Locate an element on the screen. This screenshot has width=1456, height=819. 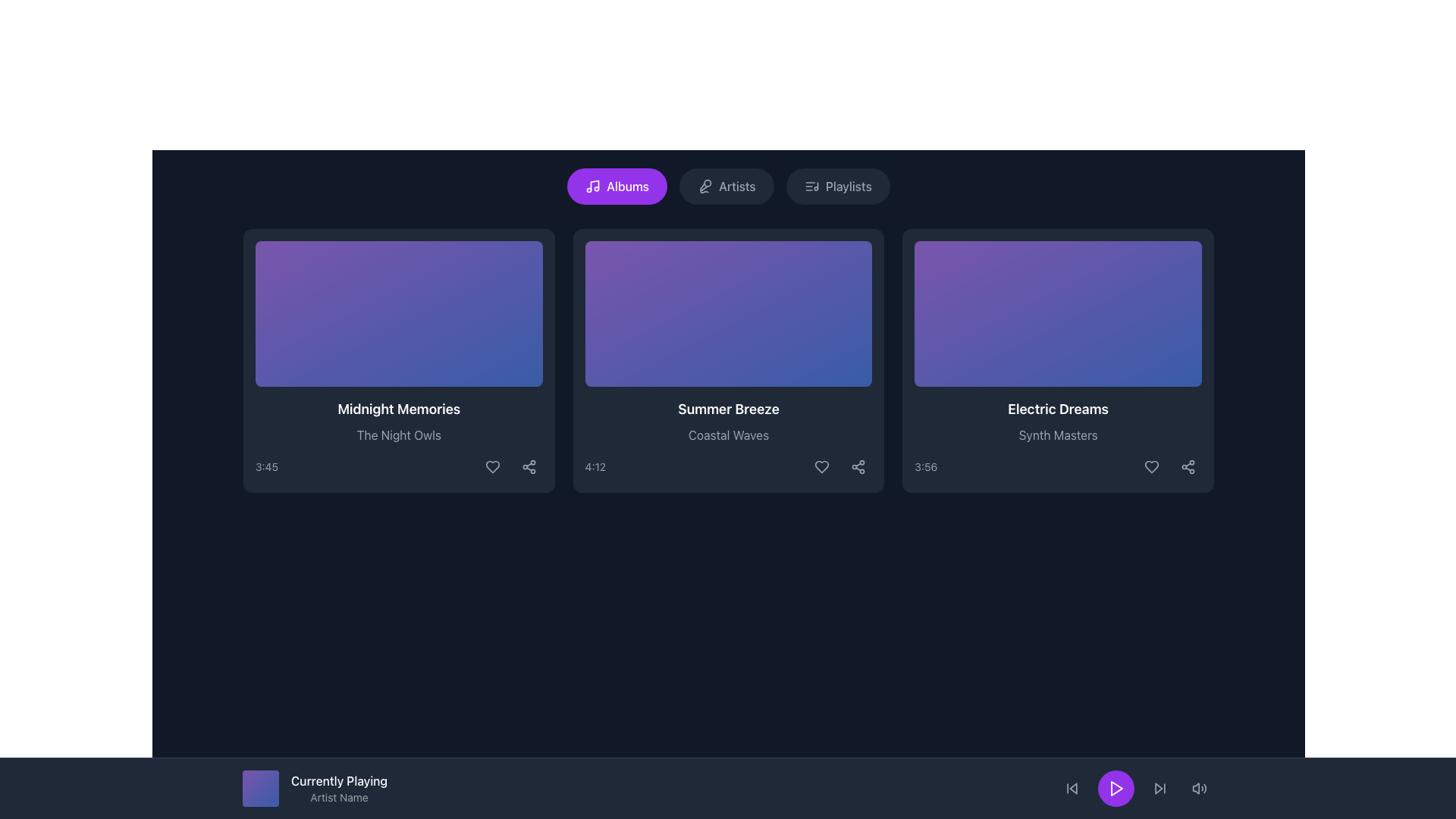
or read the text label displaying 'Electric Dreams' in white, bold font, positioned above 'Synth Masters' in the third column of the card layout is located at coordinates (1057, 409).